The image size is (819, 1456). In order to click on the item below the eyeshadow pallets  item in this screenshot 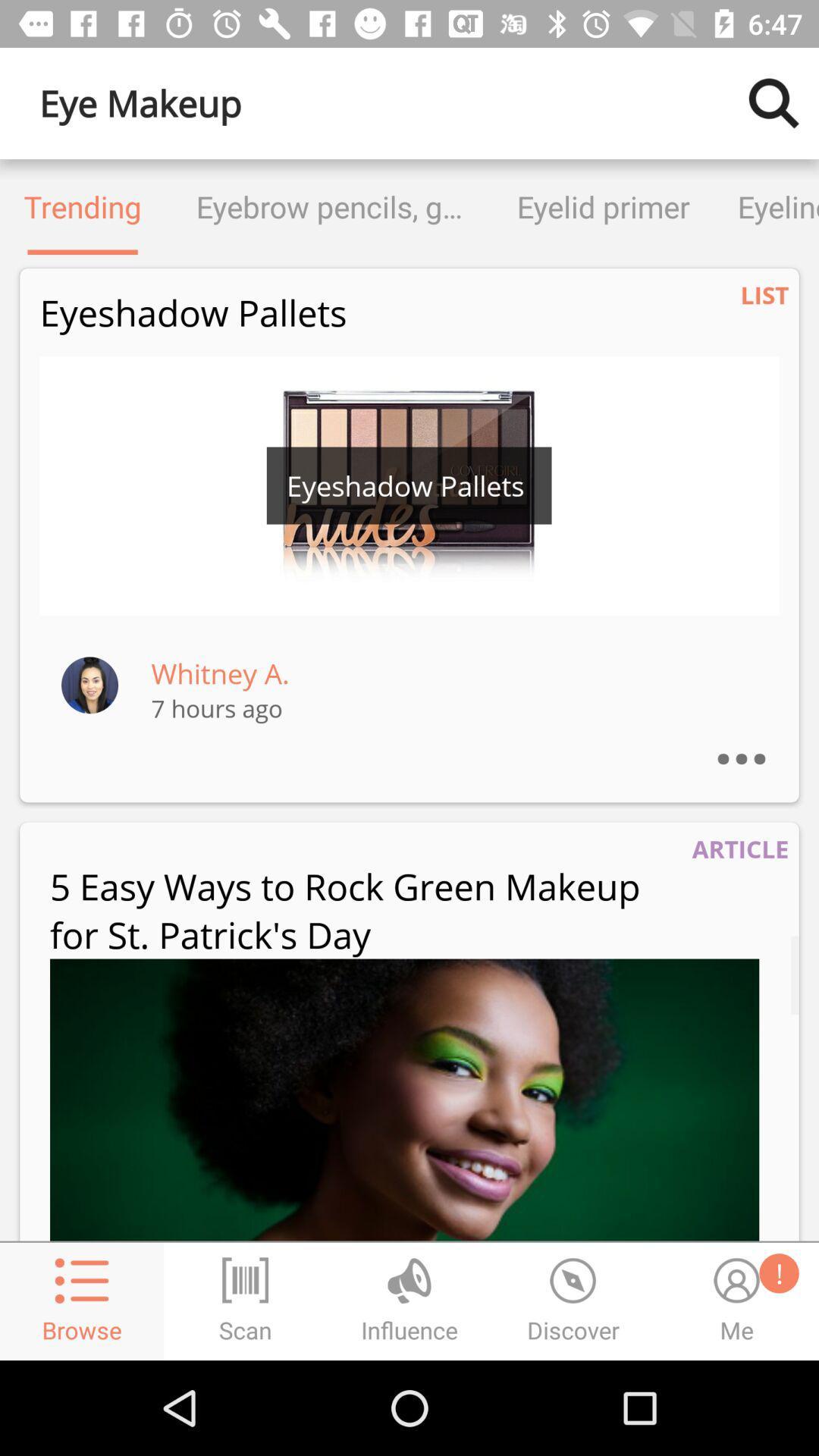, I will do `click(409, 485)`.